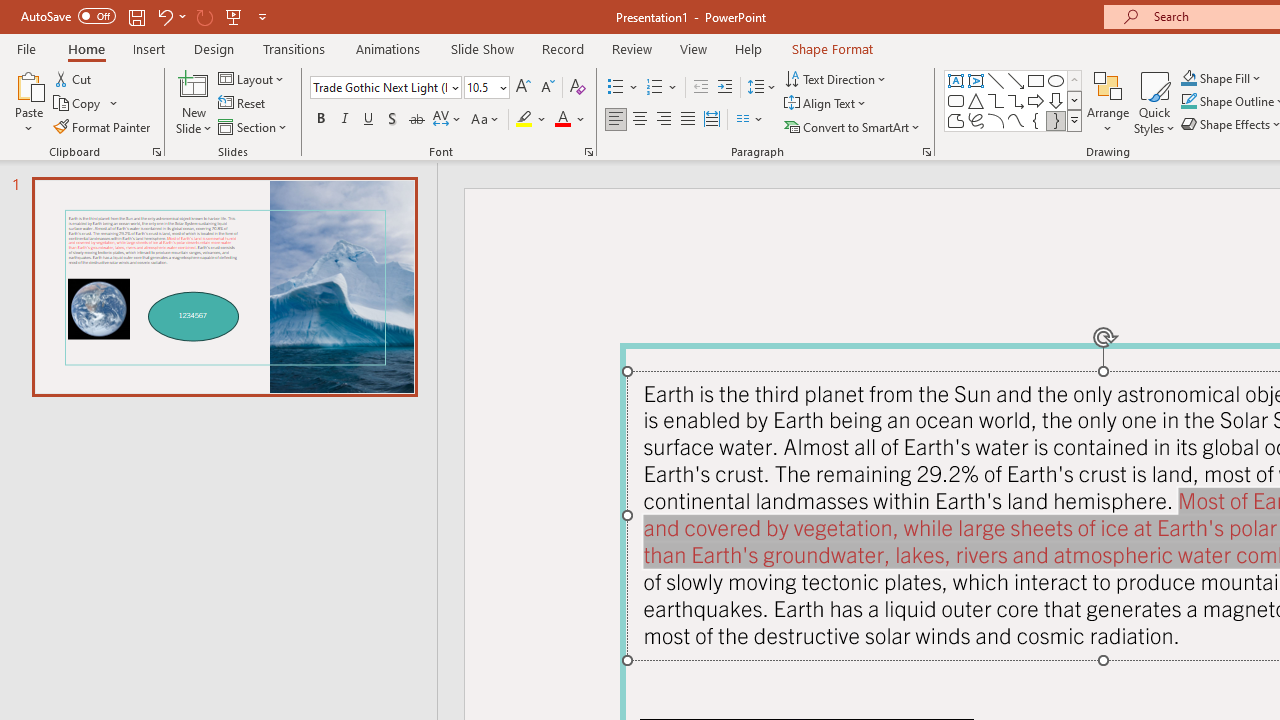 The width and height of the screenshot is (1280, 720). Describe the element at coordinates (955, 120) in the screenshot. I see `'Freeform: Shape'` at that location.